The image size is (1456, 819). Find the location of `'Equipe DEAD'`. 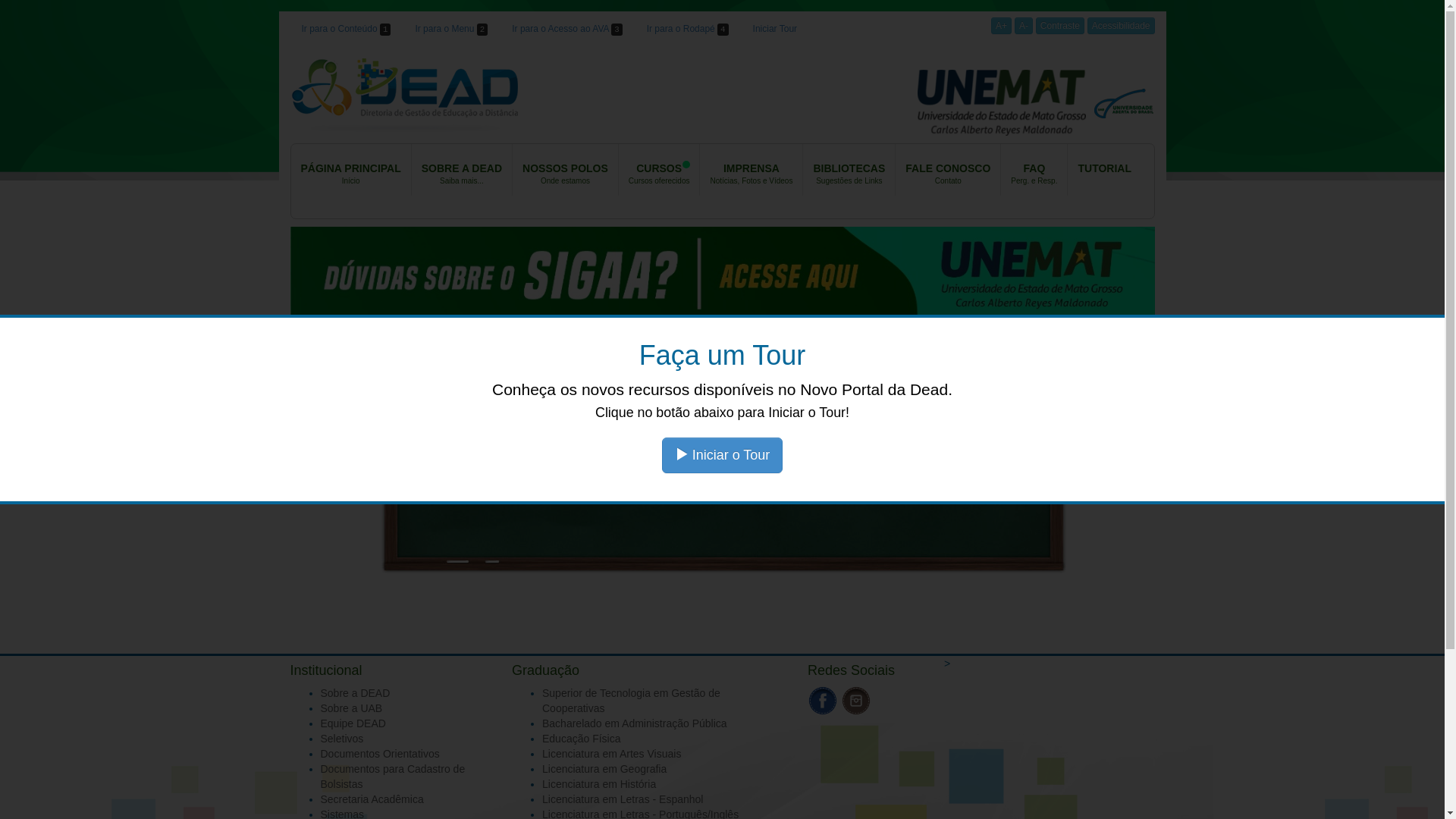

'Equipe DEAD' is located at coordinates (319, 722).